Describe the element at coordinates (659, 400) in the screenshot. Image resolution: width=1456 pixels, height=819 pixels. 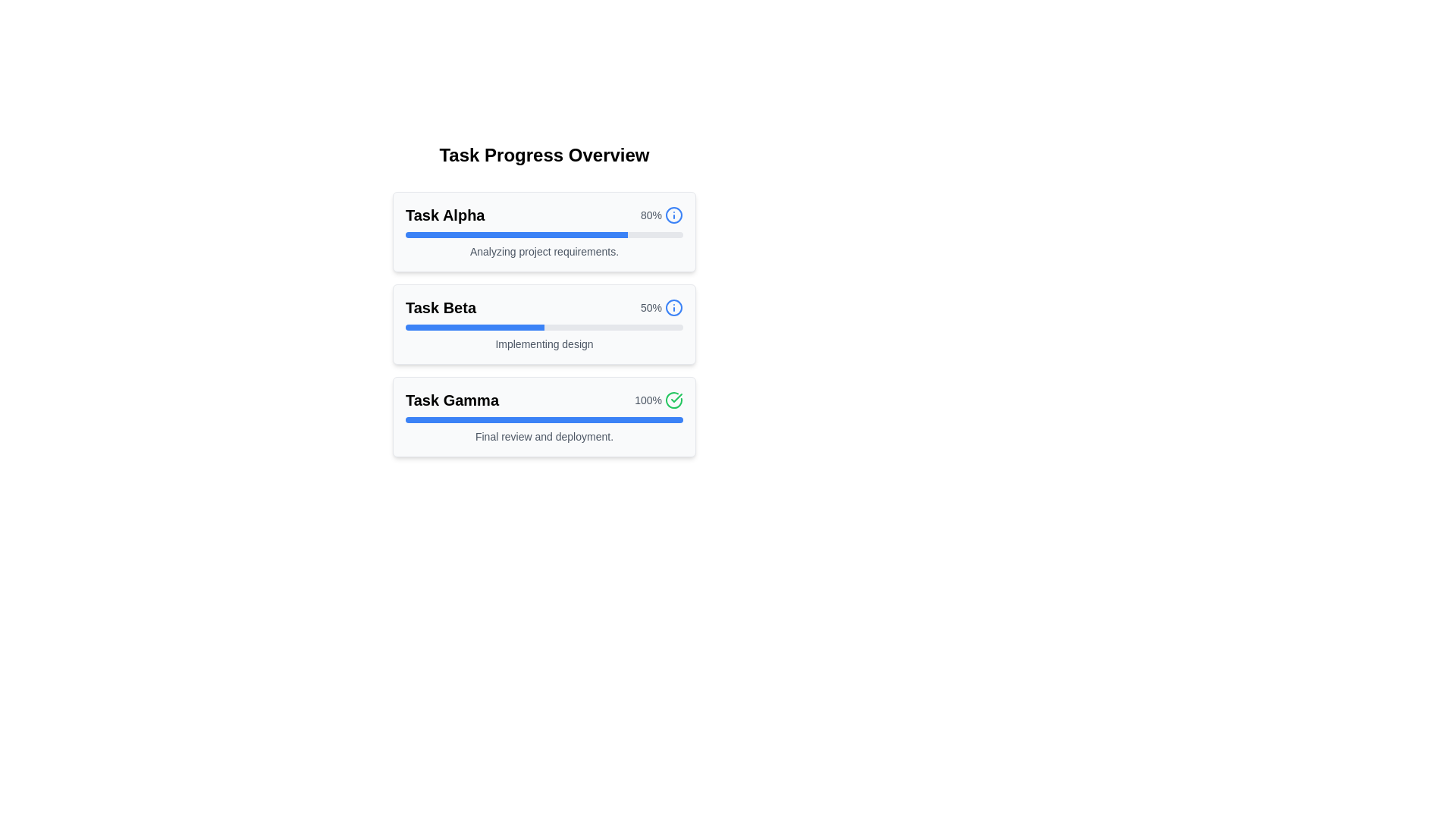
I see `text of the completion indicator that visually indicates a completion status of 100% for the associated task in 'Task Gamma'` at that location.